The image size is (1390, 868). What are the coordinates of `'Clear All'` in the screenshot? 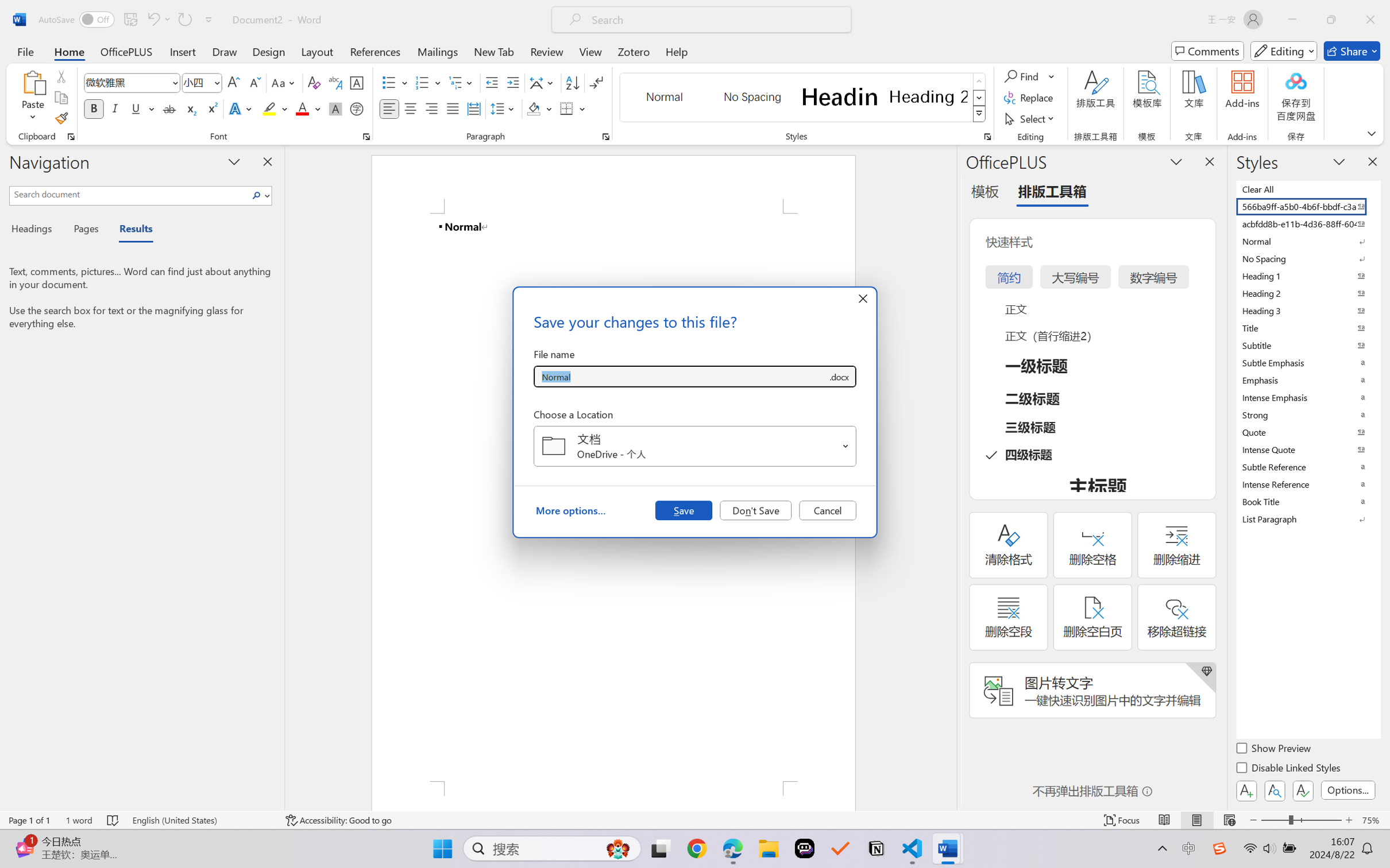 It's located at (1307, 188).